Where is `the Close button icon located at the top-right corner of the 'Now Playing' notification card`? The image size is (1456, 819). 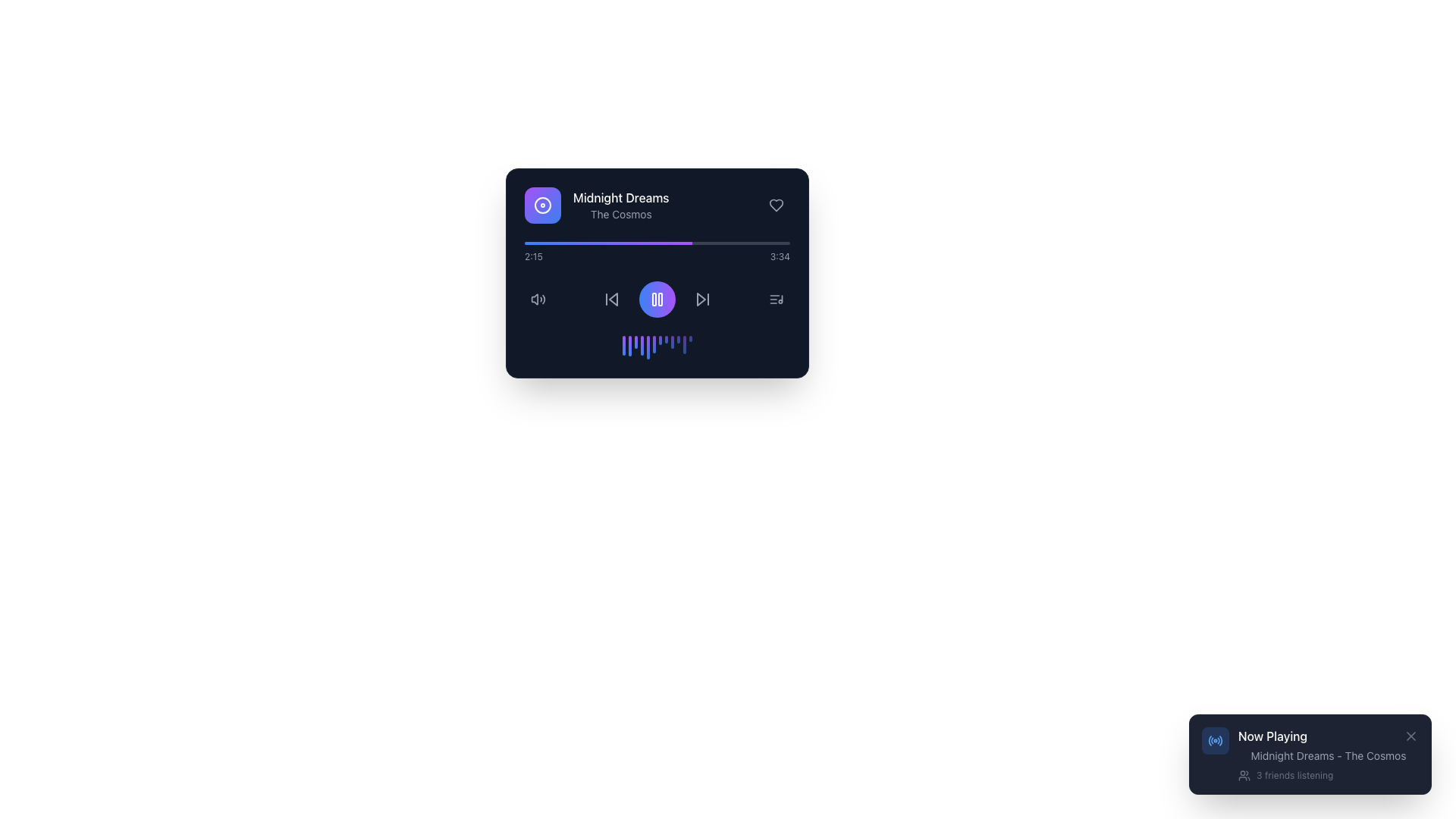
the Close button icon located at the top-right corner of the 'Now Playing' notification card is located at coordinates (1410, 736).